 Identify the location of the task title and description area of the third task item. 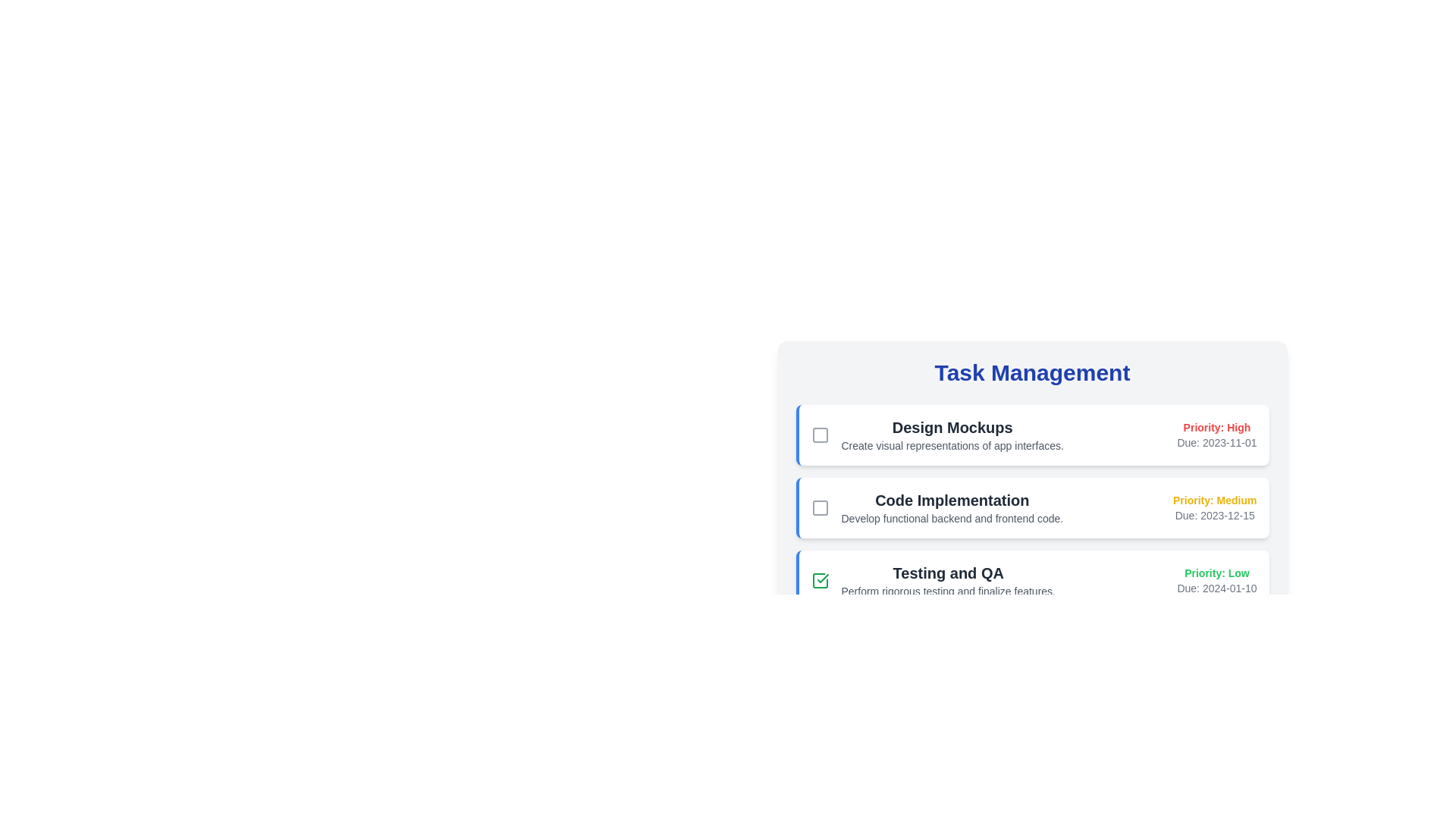
(1033, 580).